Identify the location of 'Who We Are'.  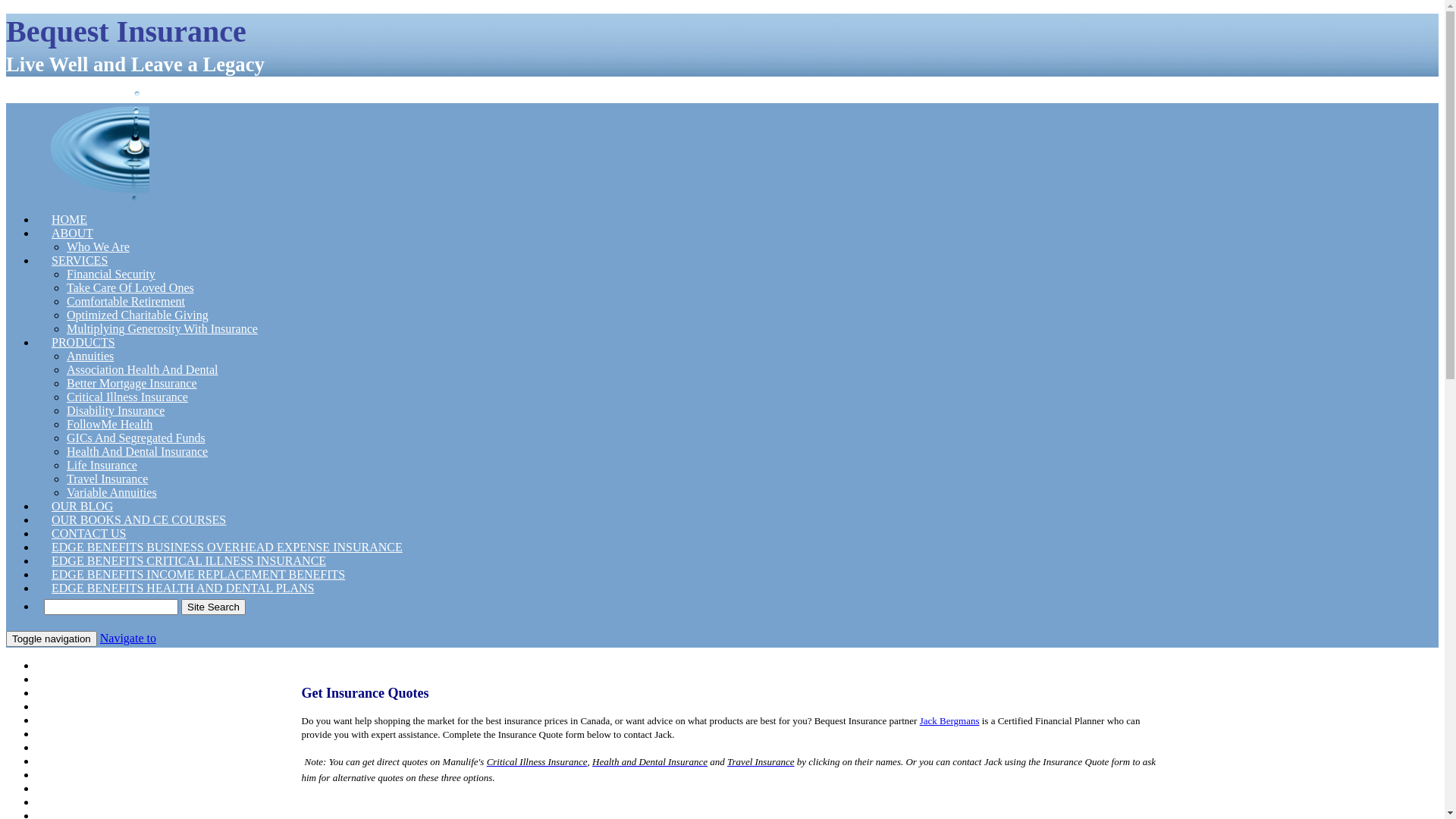
(65, 246).